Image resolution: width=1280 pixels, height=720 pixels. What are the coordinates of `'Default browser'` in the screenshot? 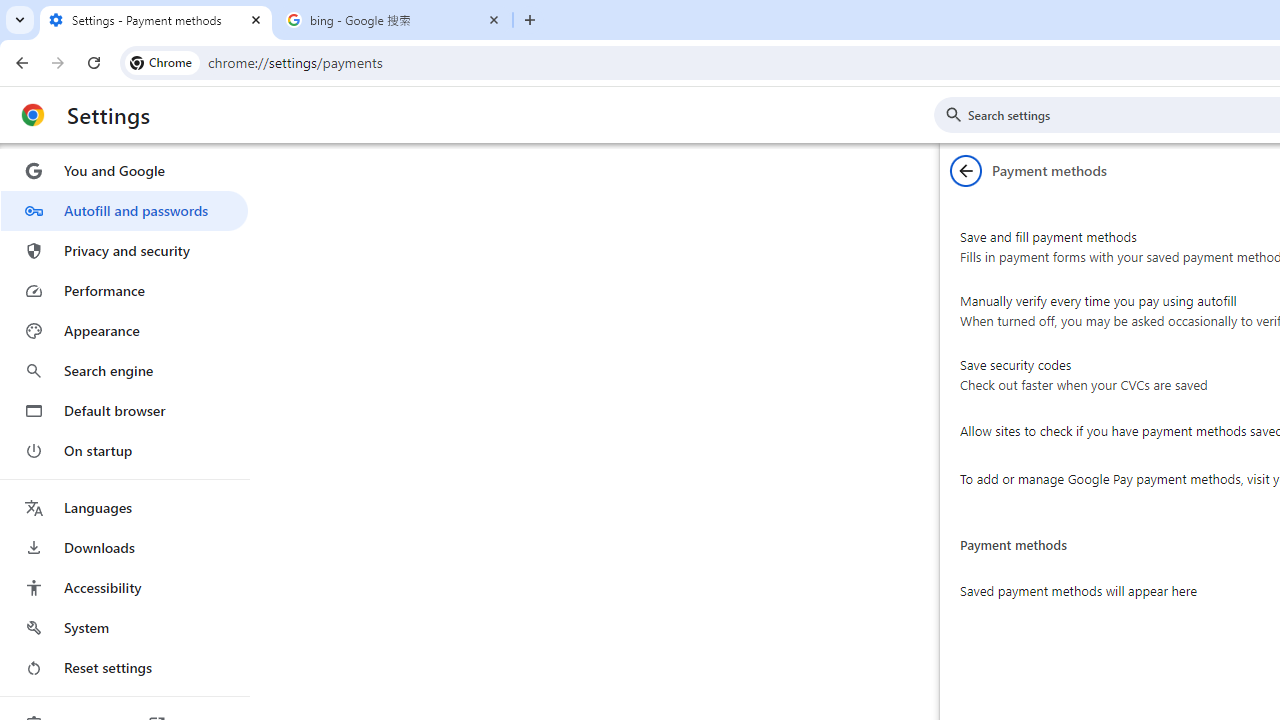 It's located at (123, 410).